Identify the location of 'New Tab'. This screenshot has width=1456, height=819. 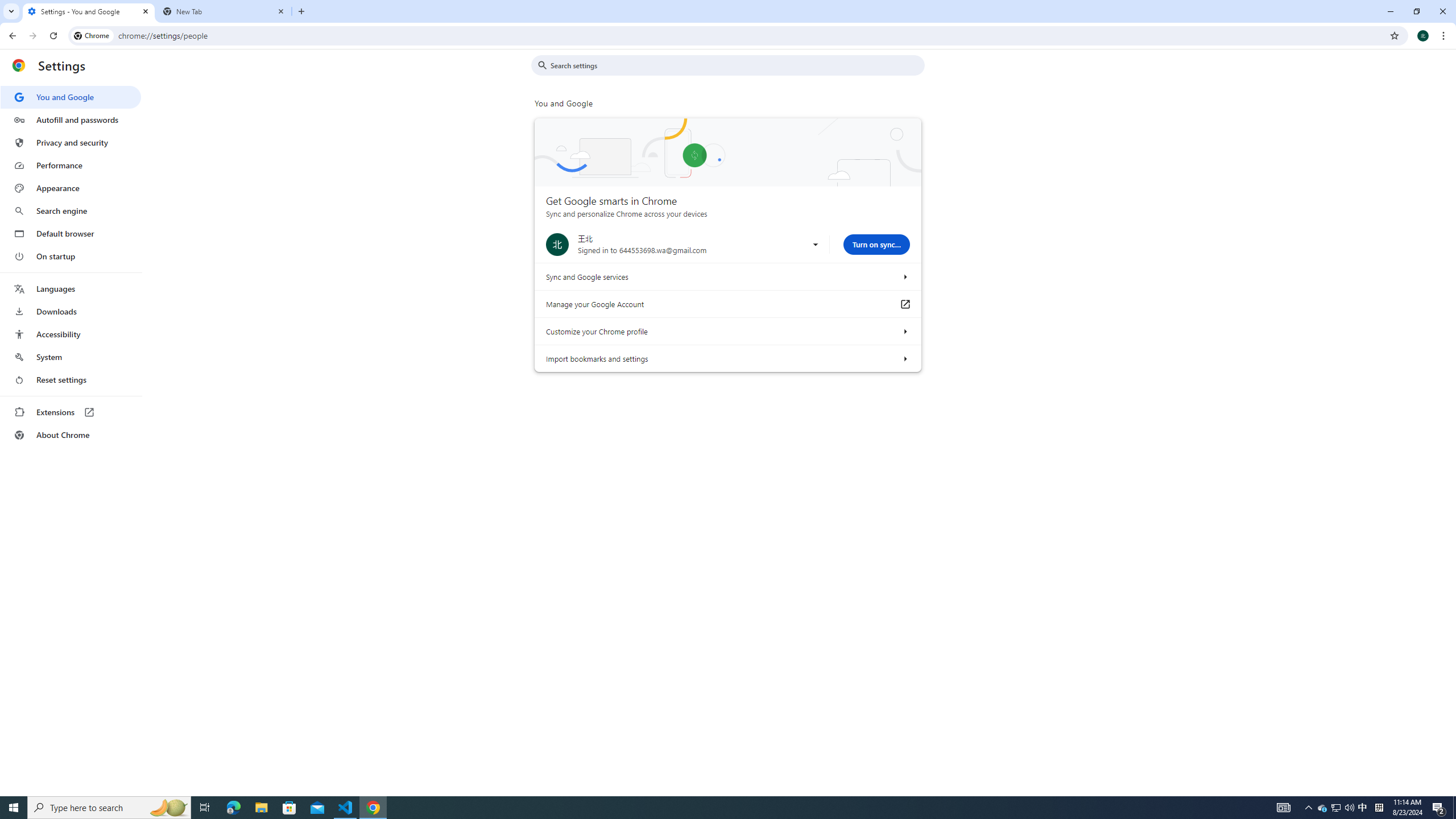
(224, 11).